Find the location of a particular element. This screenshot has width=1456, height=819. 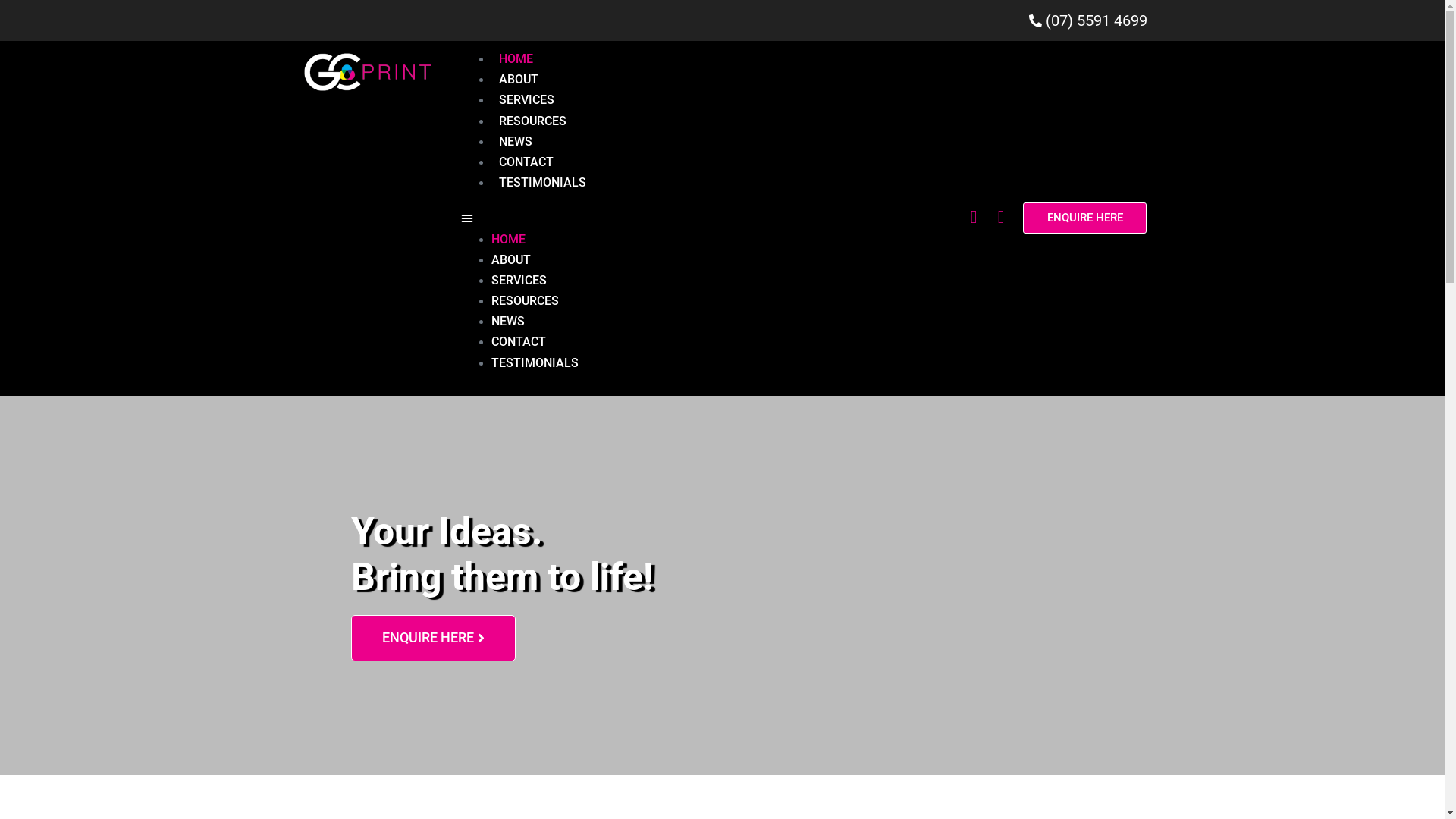

'NEWS' is located at coordinates (508, 320).